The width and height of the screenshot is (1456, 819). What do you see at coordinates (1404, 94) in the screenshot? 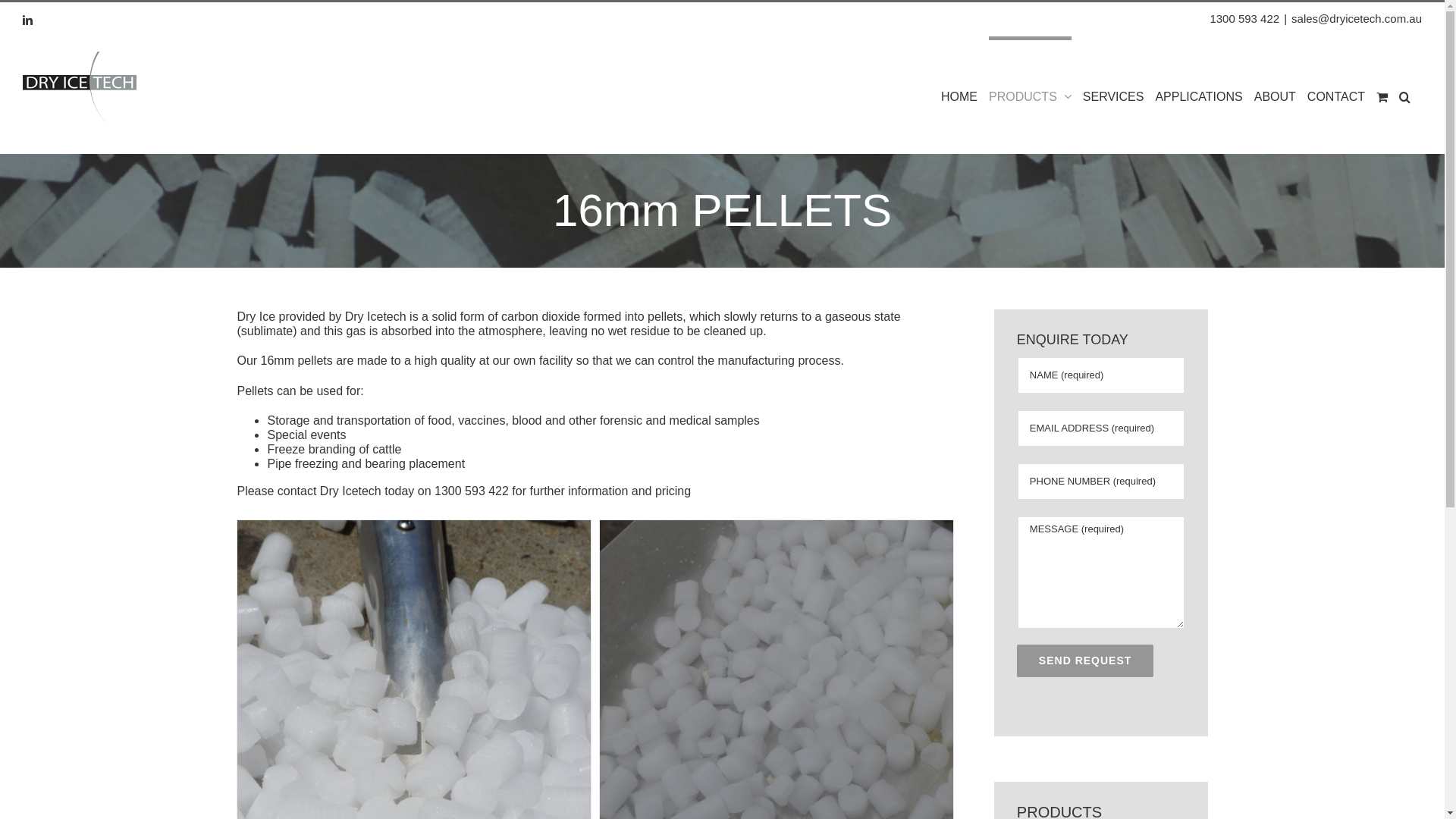
I see `'Search'` at bounding box center [1404, 94].